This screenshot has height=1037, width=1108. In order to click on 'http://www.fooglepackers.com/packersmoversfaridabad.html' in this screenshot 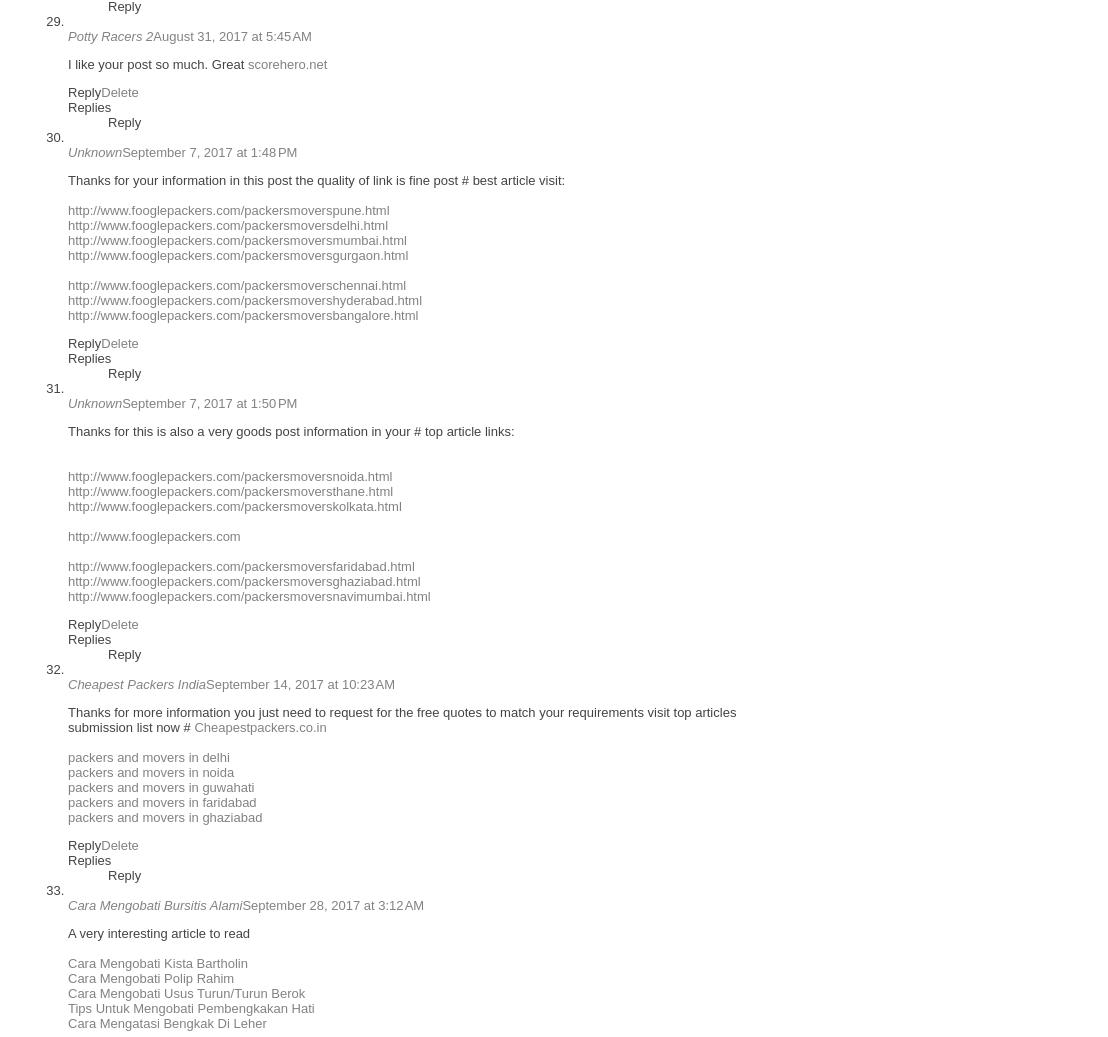, I will do `click(239, 566)`.